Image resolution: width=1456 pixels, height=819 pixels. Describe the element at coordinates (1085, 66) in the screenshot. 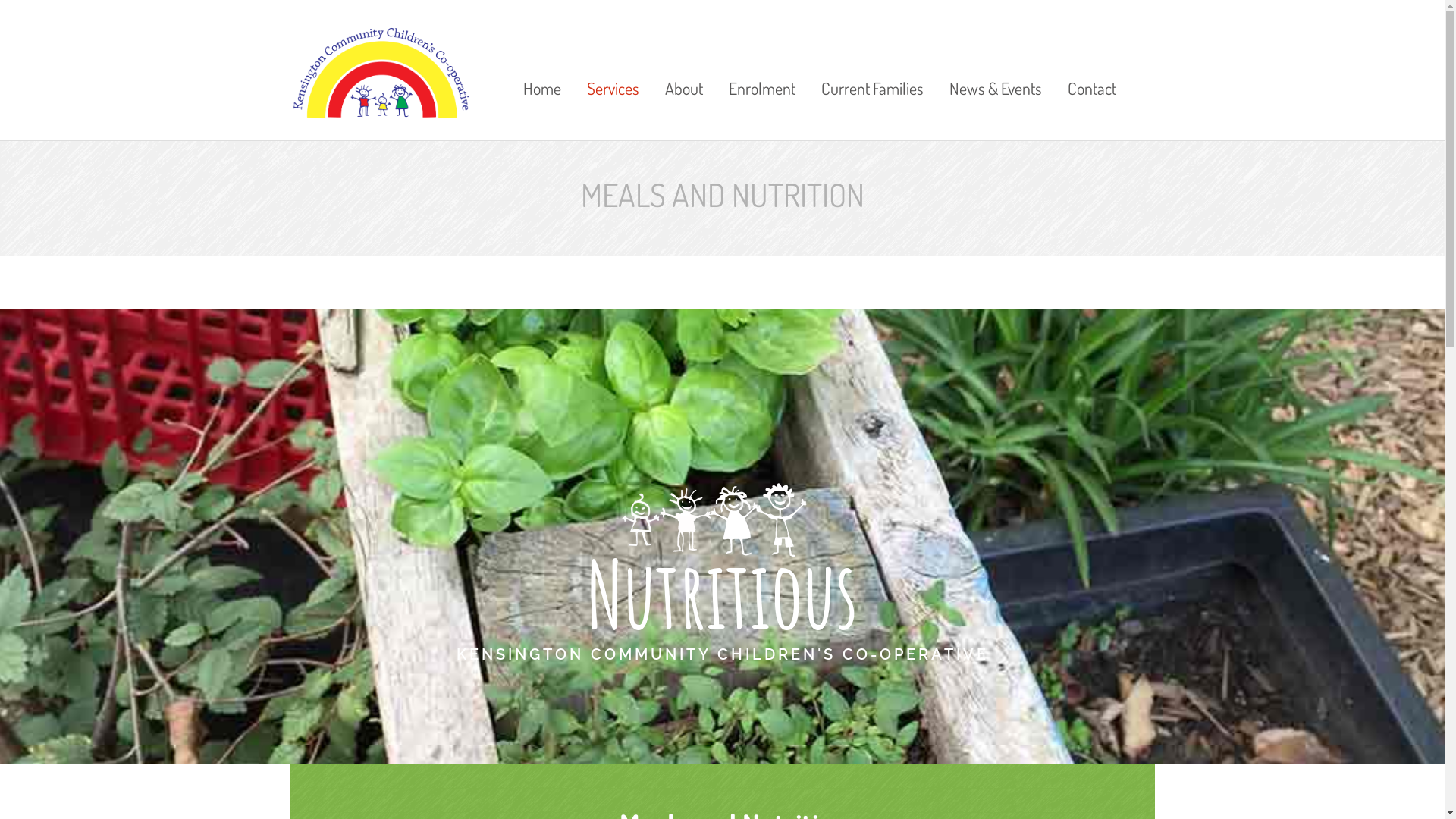

I see `'Contact'` at that location.